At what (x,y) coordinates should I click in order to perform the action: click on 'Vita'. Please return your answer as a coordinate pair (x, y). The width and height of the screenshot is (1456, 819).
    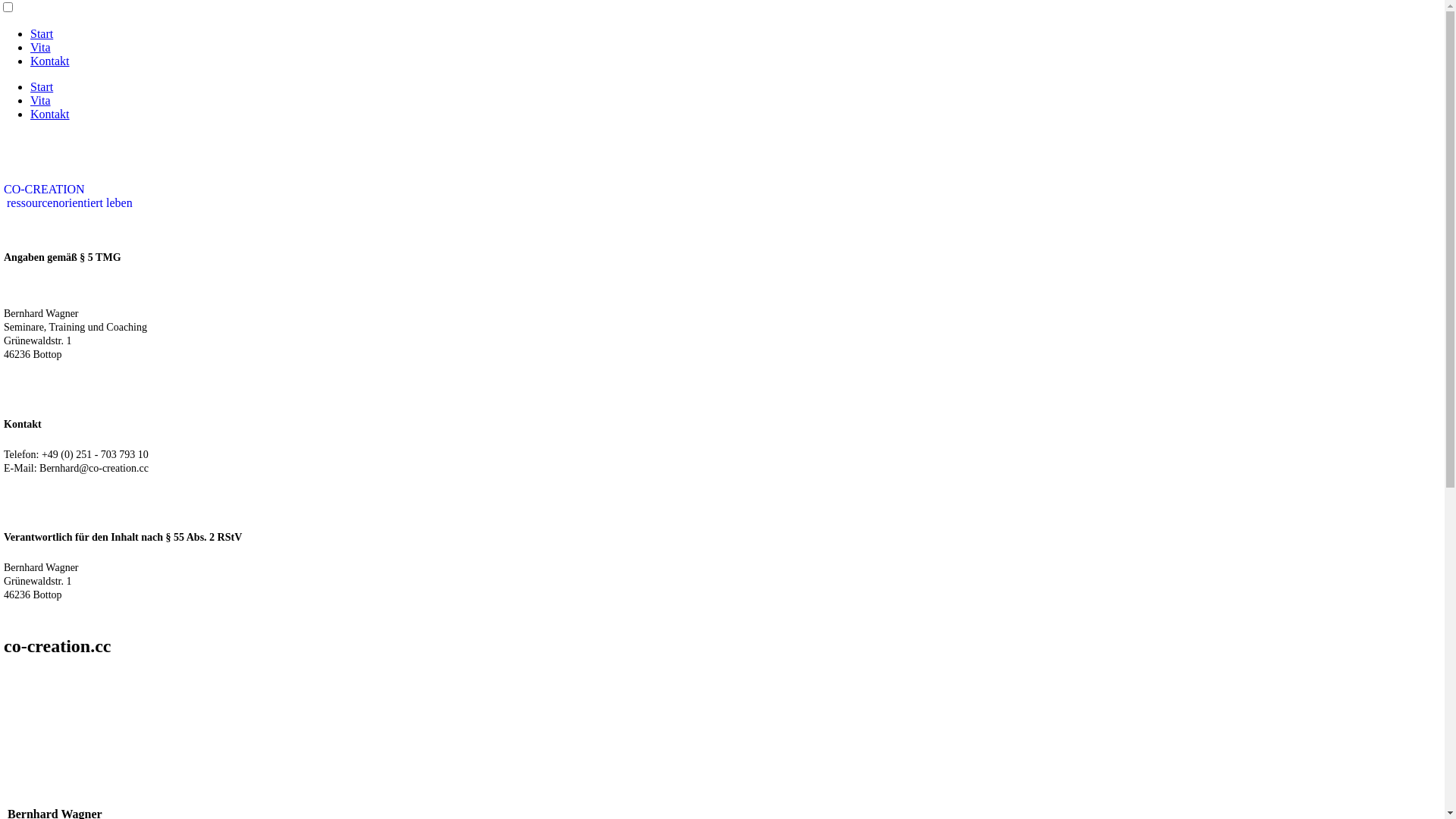
    Looking at the image, I should click on (40, 46).